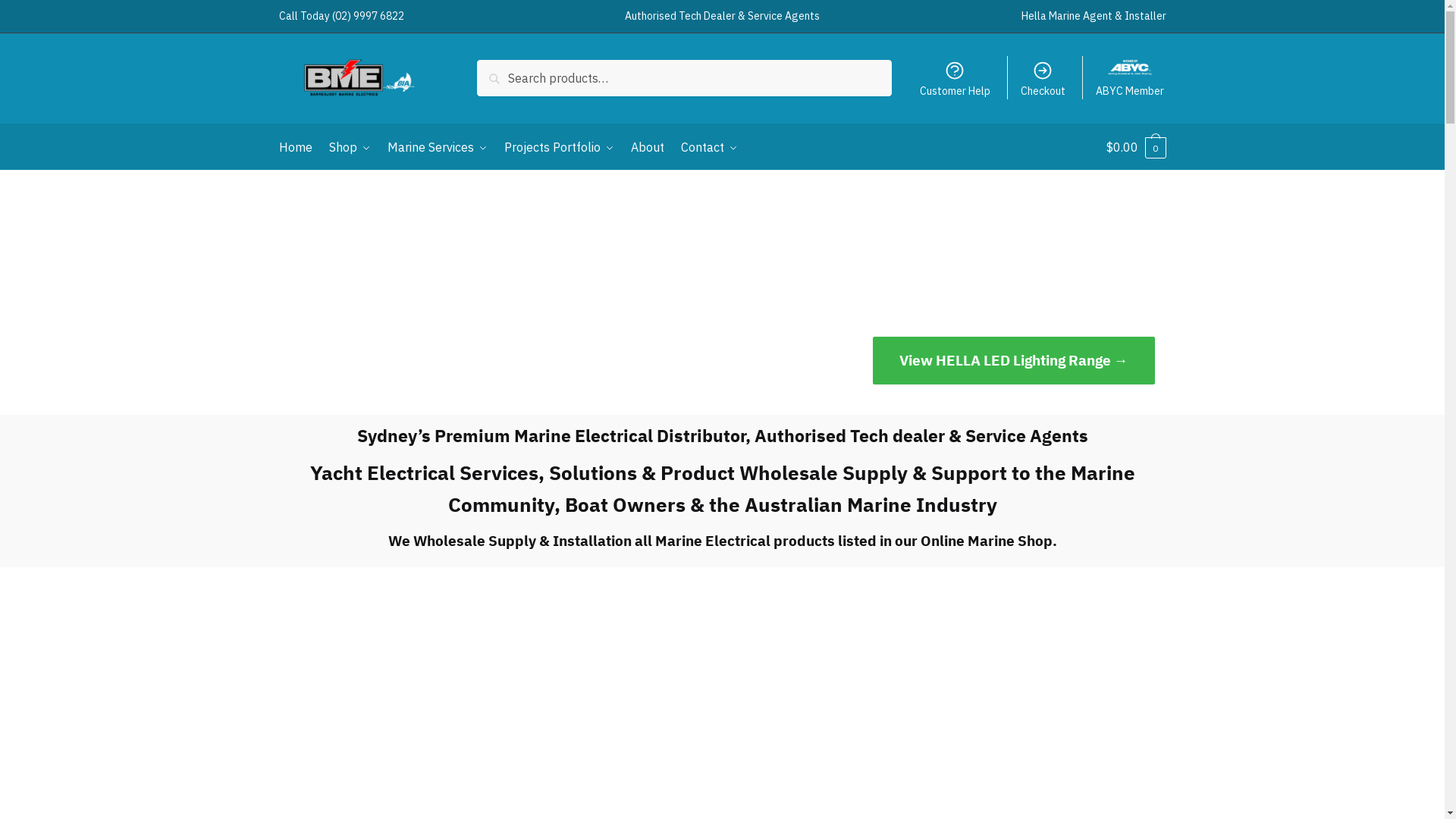 The width and height of the screenshot is (1456, 819). What do you see at coordinates (349, 146) in the screenshot?
I see `'Shop'` at bounding box center [349, 146].